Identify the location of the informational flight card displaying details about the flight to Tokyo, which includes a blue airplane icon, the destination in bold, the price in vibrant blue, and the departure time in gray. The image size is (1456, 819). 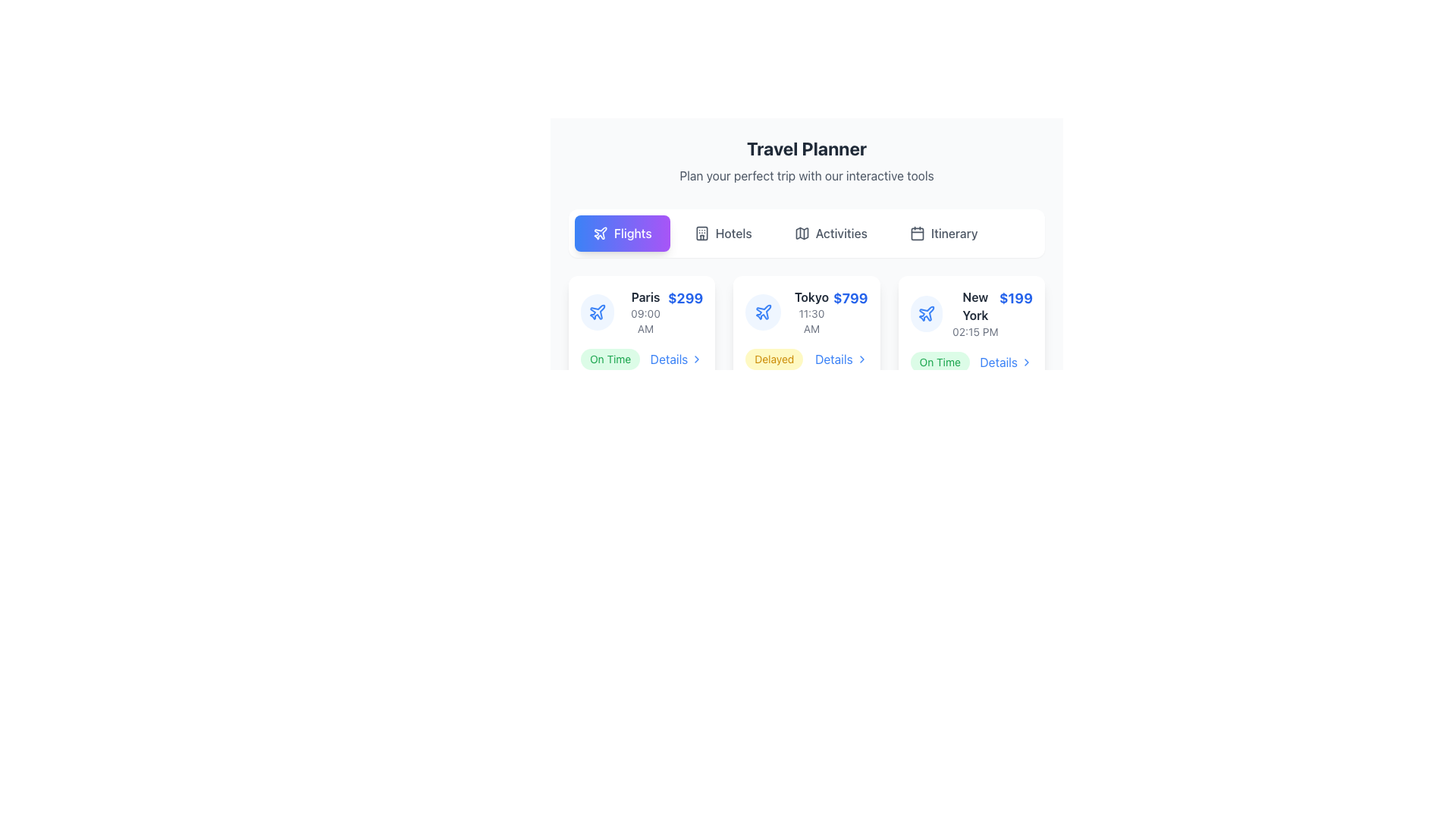
(806, 312).